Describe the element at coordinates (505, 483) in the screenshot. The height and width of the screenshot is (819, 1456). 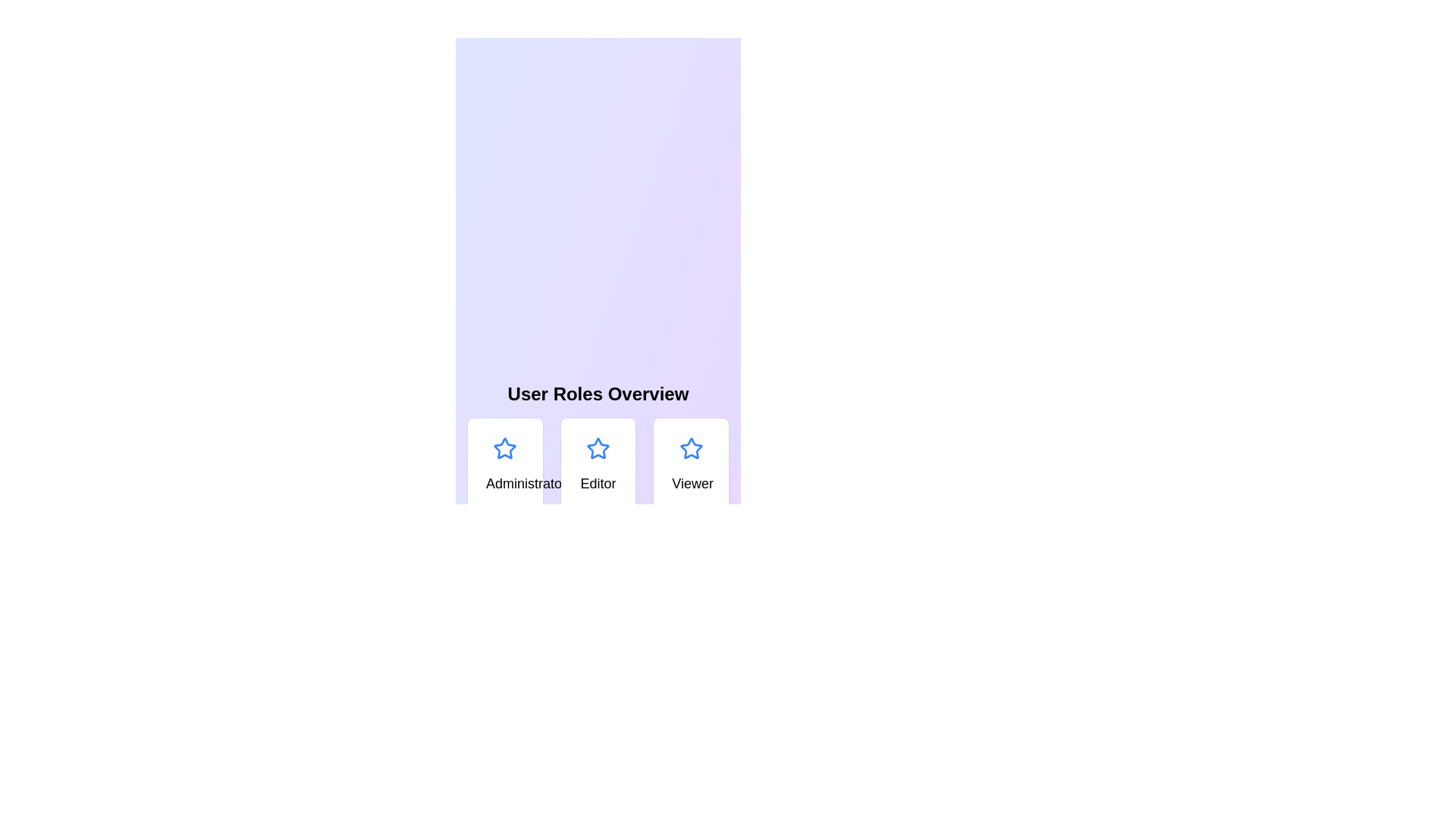
I see `text label displaying 'Administrator' located at the center-bottom of the card layout` at that location.